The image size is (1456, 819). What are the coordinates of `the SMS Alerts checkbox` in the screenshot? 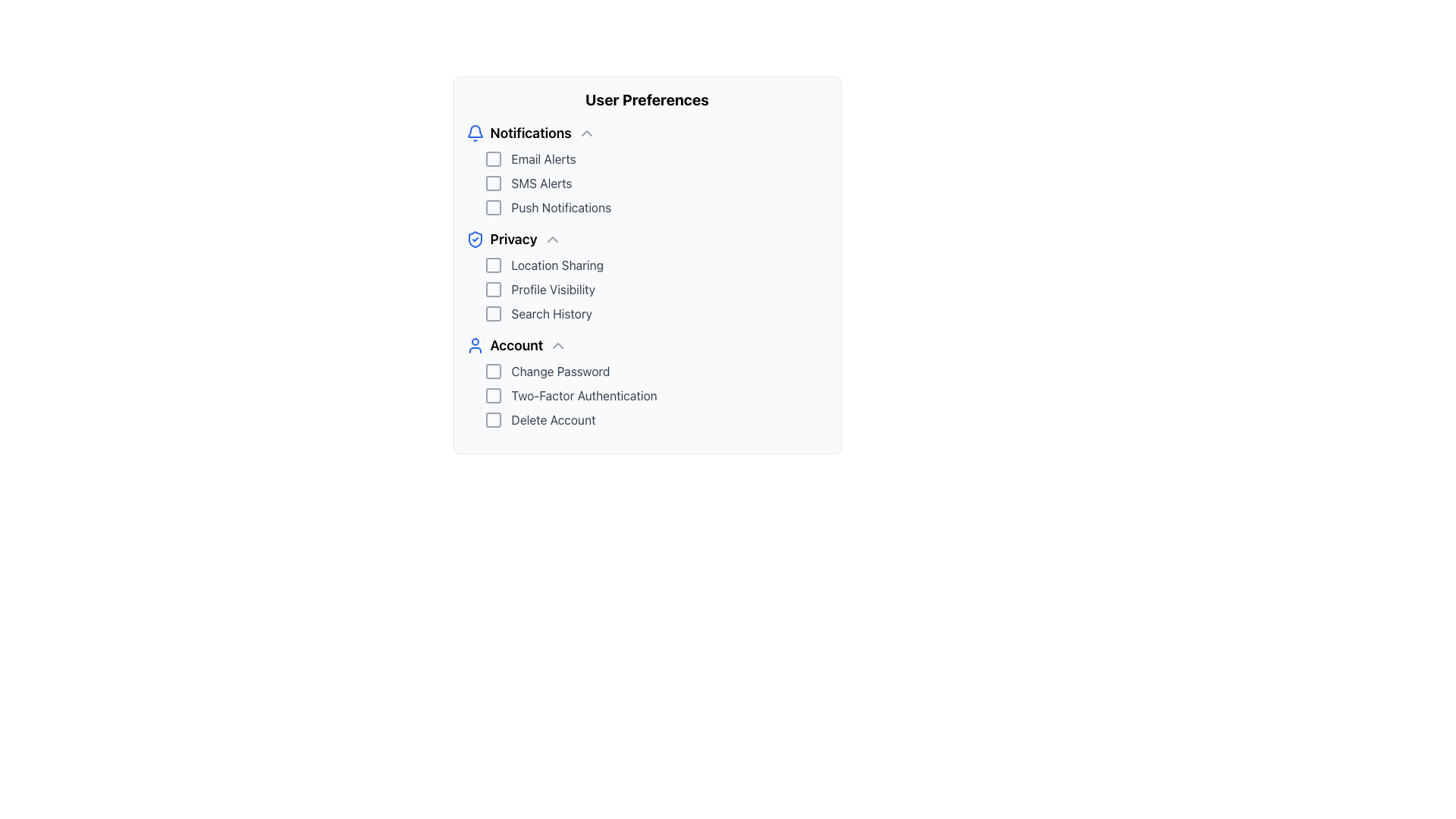 It's located at (493, 183).